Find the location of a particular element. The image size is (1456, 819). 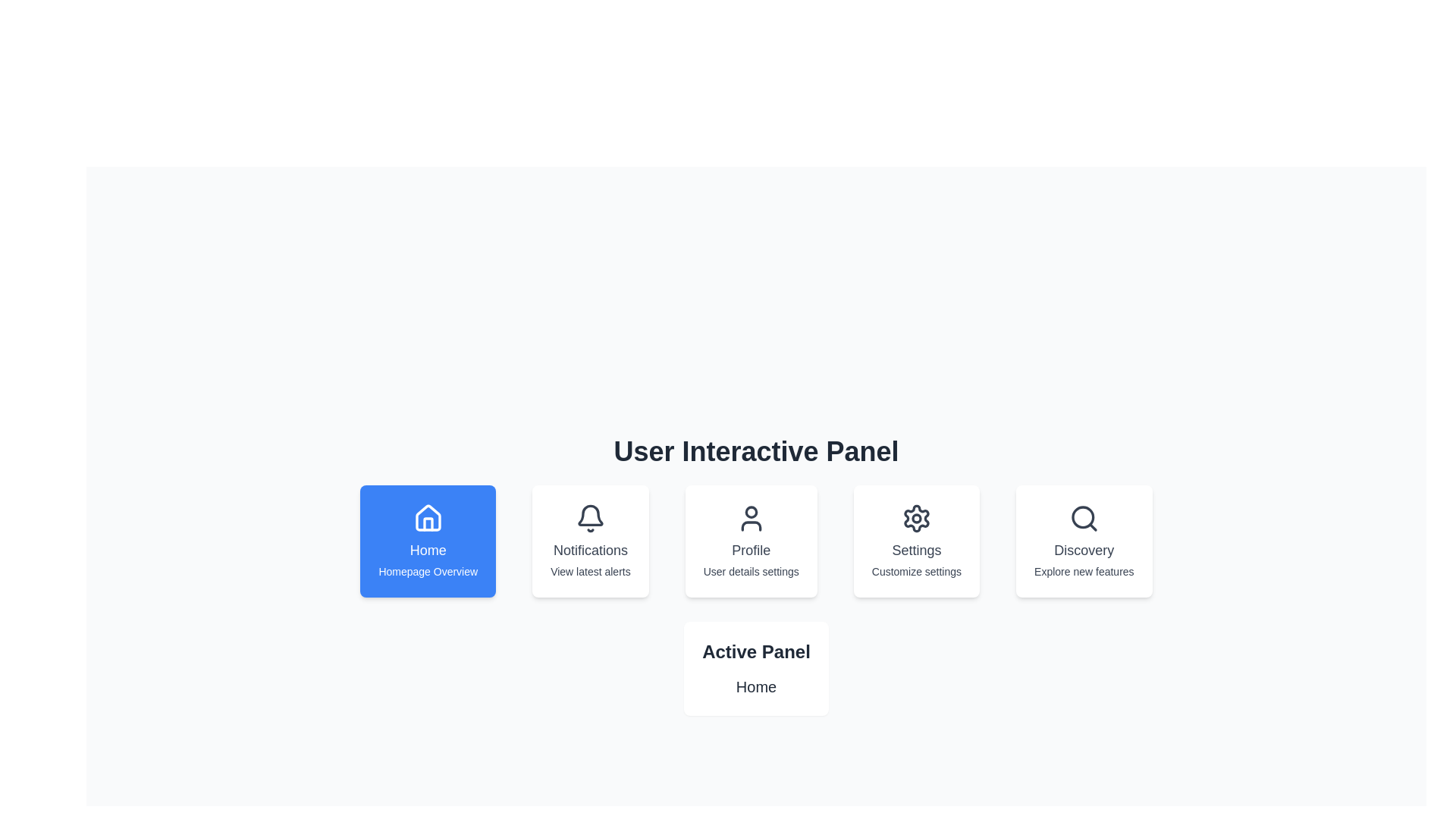

the search or exploration-related icon located at the top center of the 'Discovery' panel, which is the fifth panel from the left under the 'User Interactive Panel' header is located at coordinates (1083, 517).